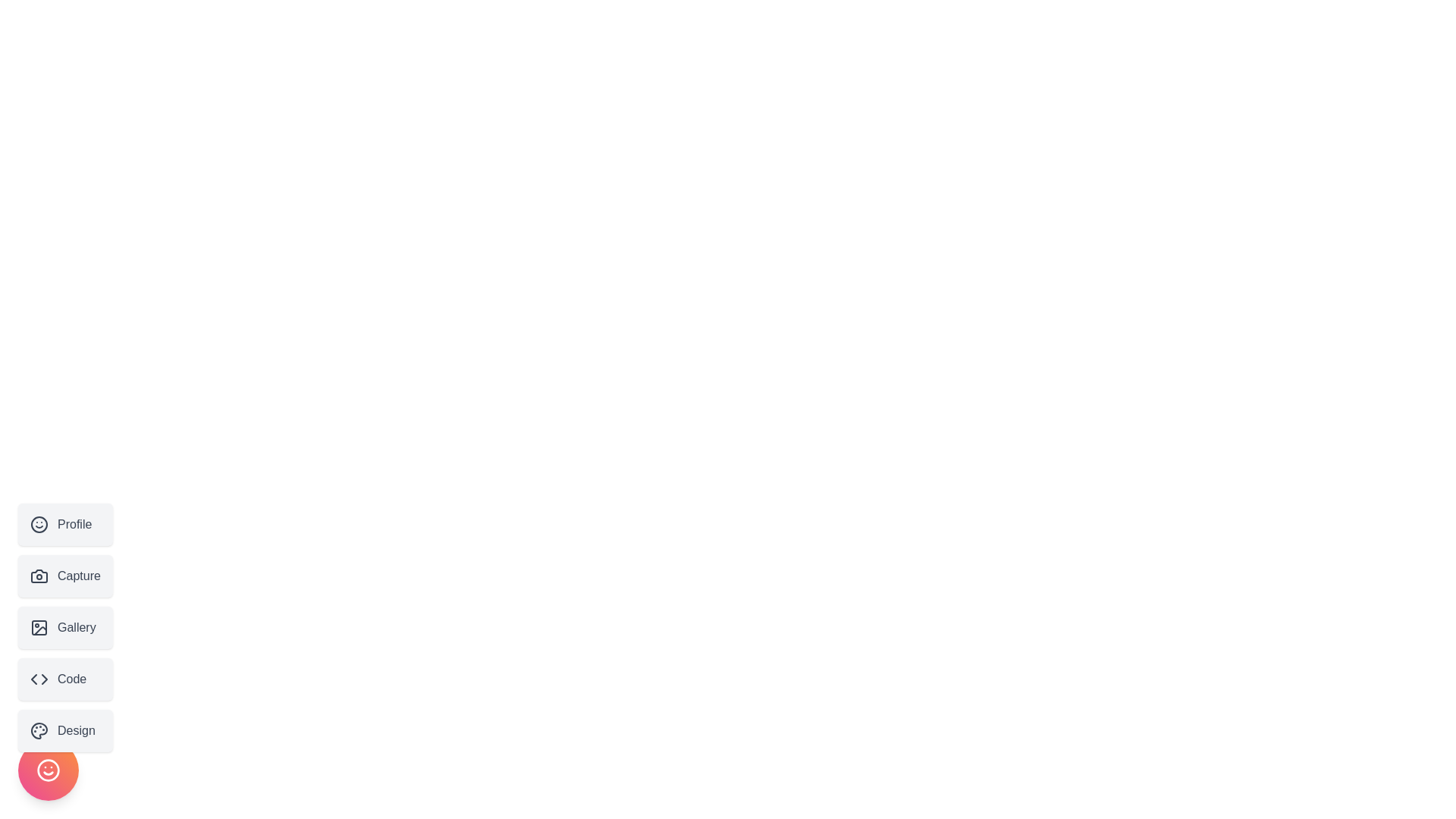 This screenshot has width=1456, height=819. Describe the element at coordinates (39, 523) in the screenshot. I see `the circular shape forming the border of the smiley face icon located at the bottom right corner of the interface` at that location.